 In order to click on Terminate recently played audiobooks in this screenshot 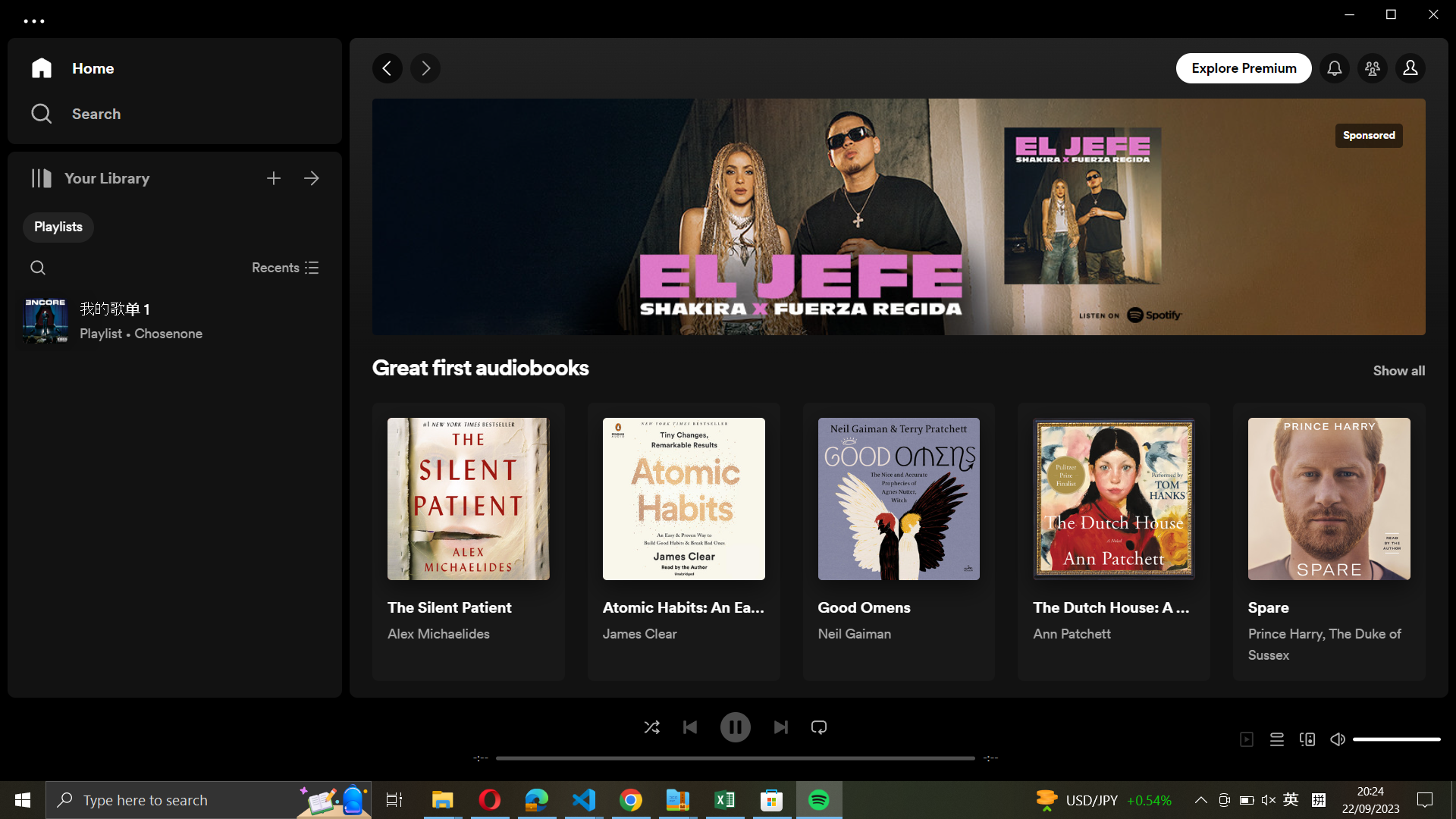, I will do `click(285, 265)`.